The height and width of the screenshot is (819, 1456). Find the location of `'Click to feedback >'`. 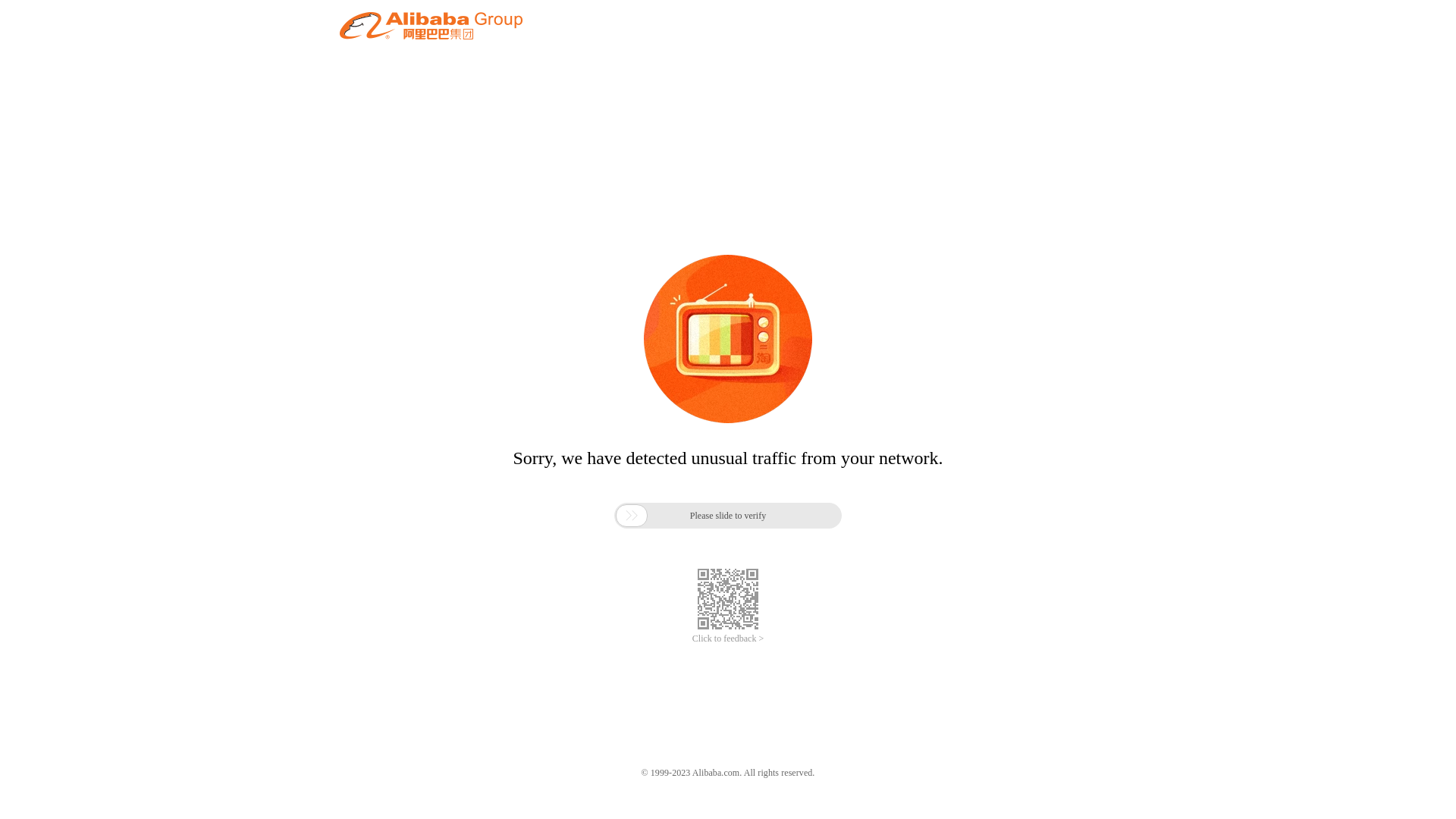

'Click to feedback >' is located at coordinates (728, 639).